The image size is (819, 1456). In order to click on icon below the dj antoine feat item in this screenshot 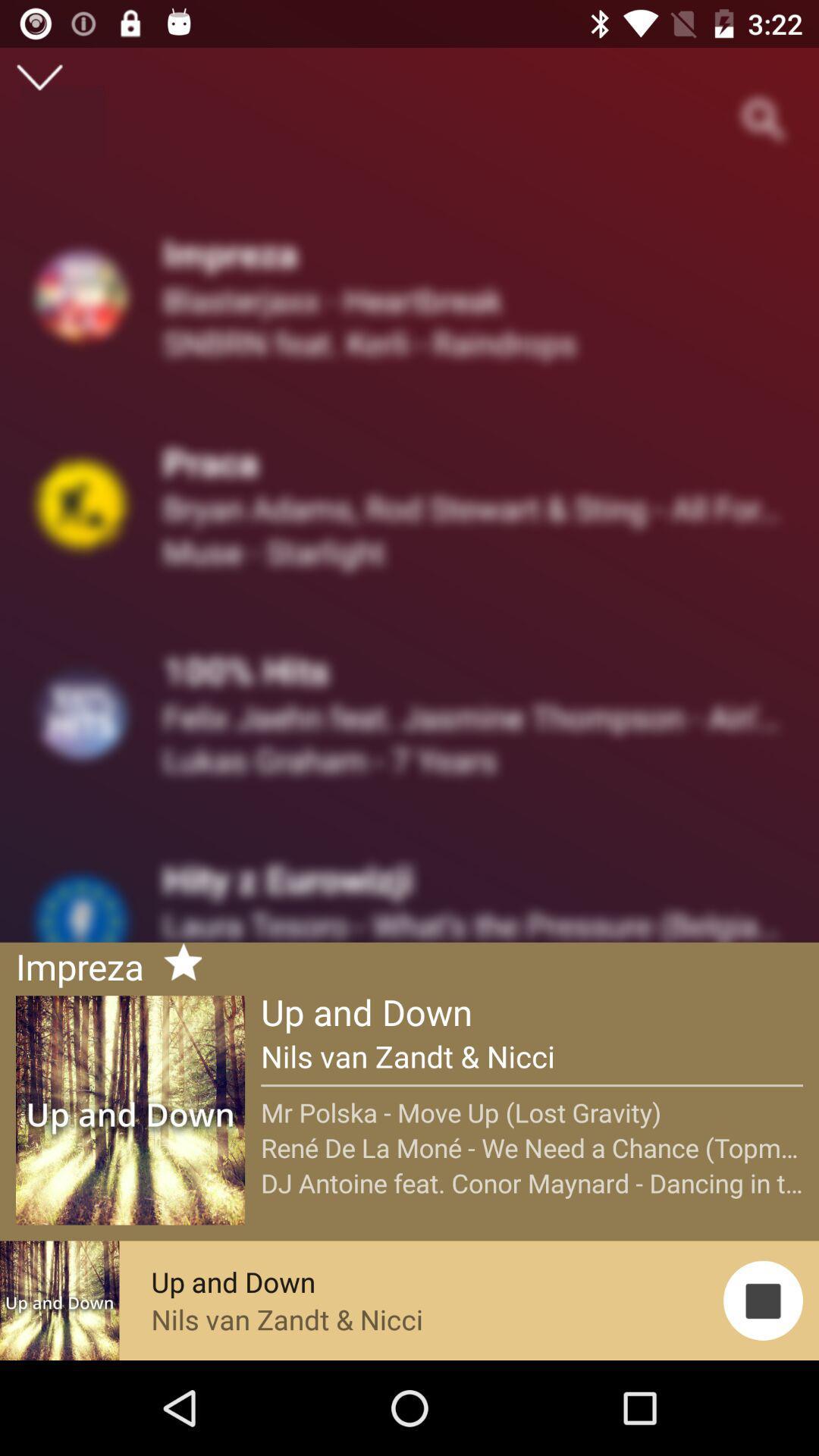, I will do `click(763, 1300)`.